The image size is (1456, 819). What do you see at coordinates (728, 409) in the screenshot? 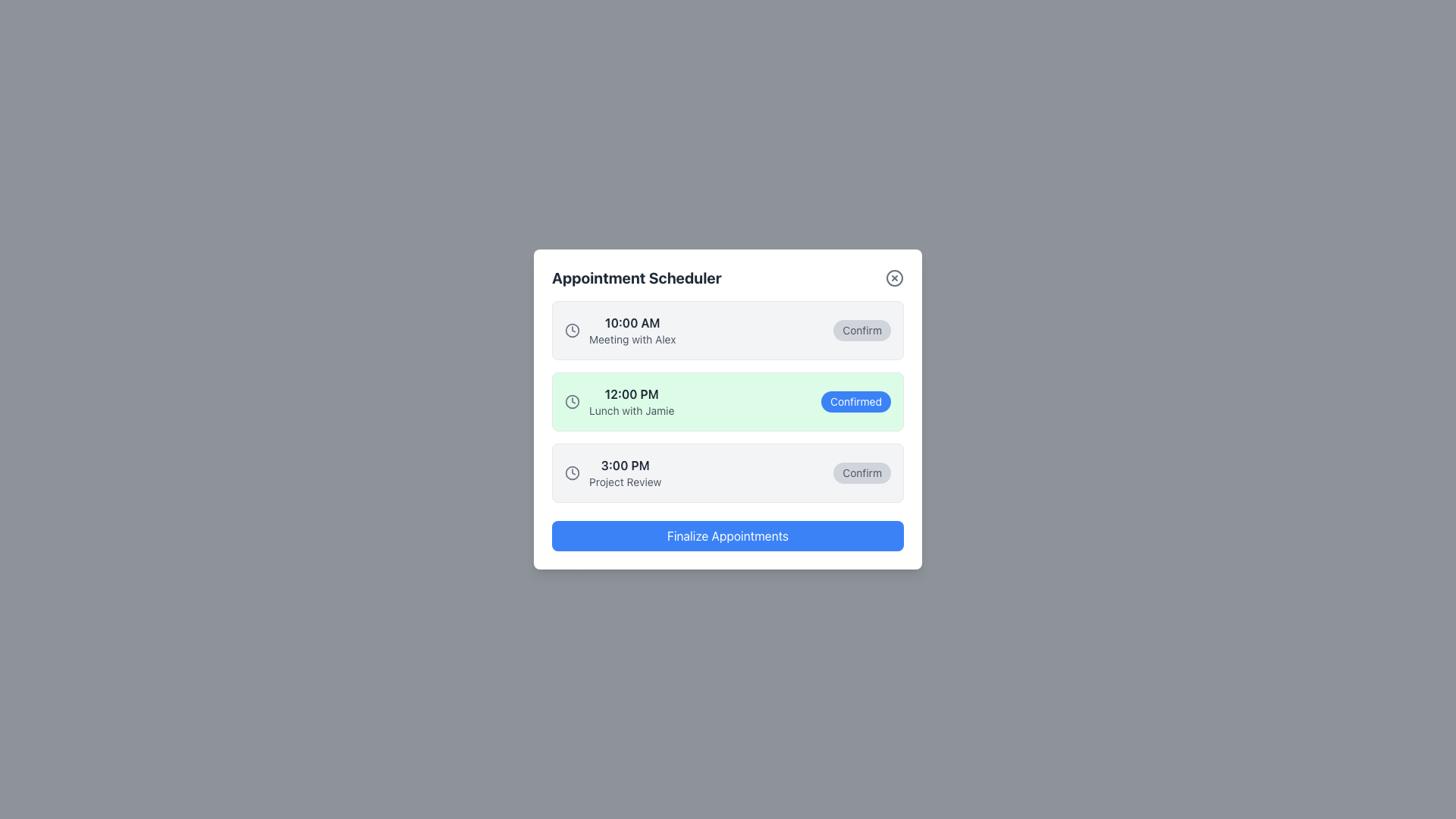
I see `the appointment card component displaying details for 'Lunch with Jamie' scheduled at 12:00 PM, which is the second item in the list of scheduled events in the 'Appointment Scheduler' modal` at bounding box center [728, 409].